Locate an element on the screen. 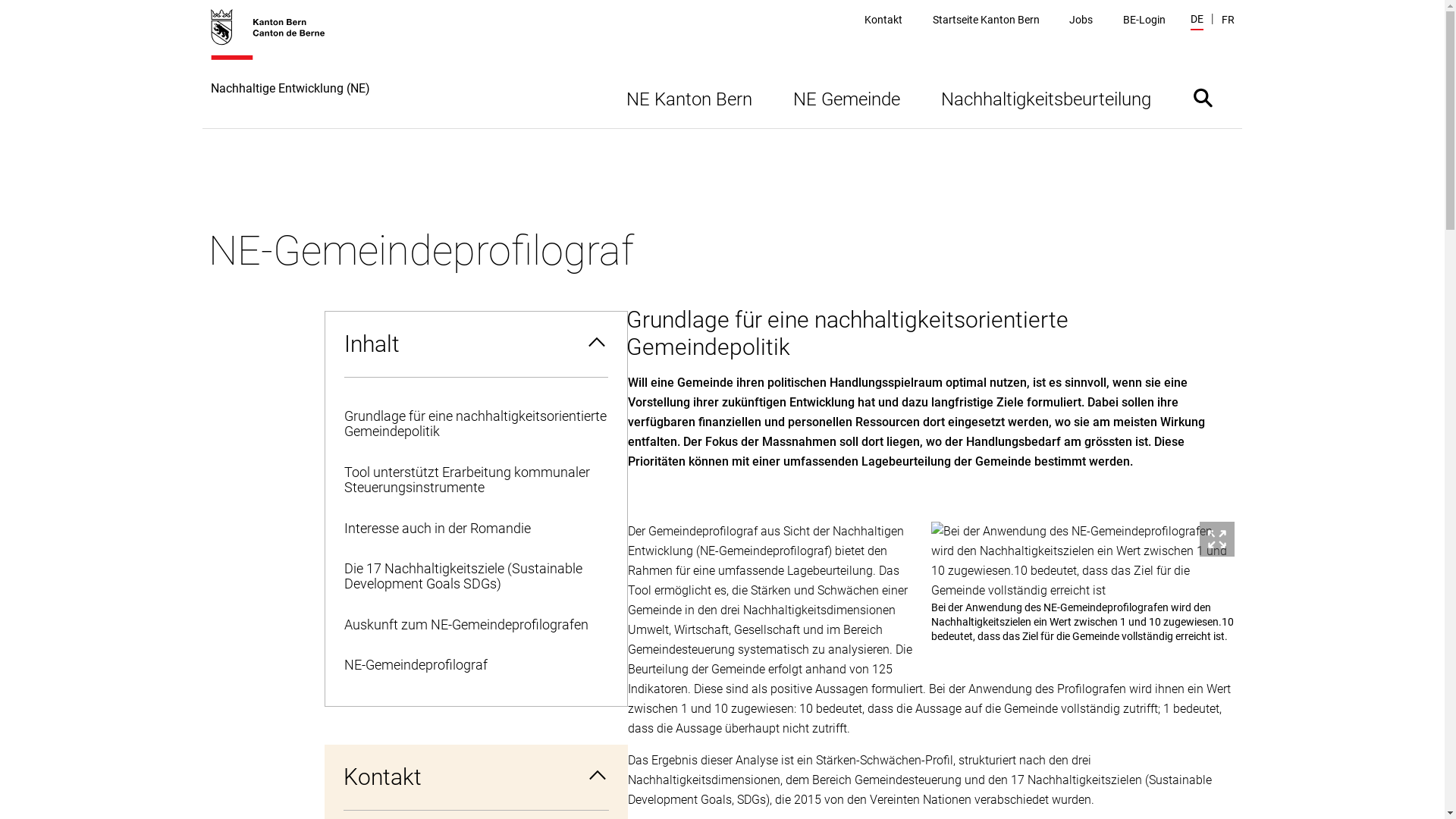 Image resolution: width=1456 pixels, height=819 pixels. 'Auskunft zum NE-Gemeindeprofilografen' is located at coordinates (475, 625).